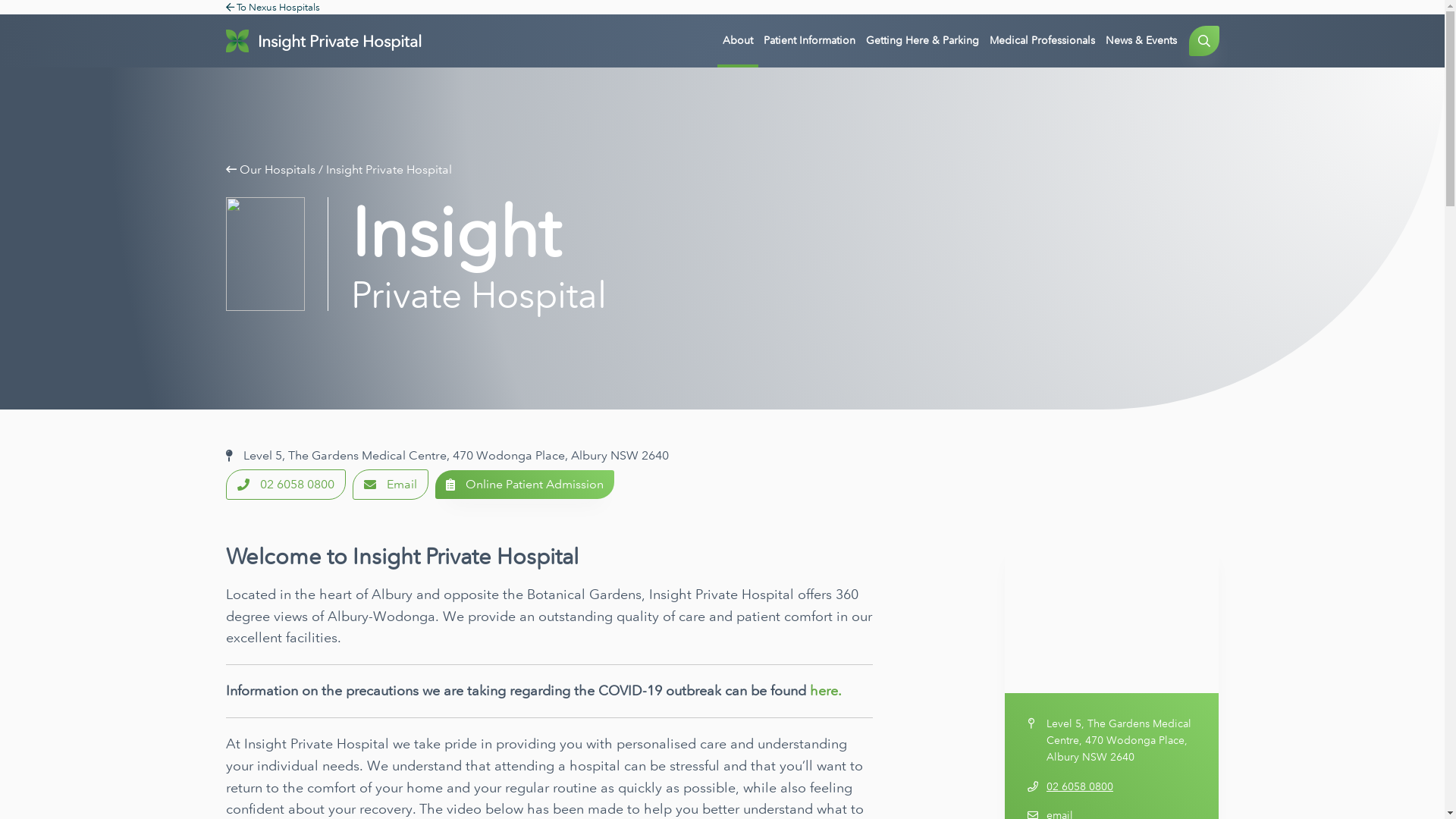 This screenshot has width=1456, height=819. I want to click on 'Our Hospitals', so click(277, 169).